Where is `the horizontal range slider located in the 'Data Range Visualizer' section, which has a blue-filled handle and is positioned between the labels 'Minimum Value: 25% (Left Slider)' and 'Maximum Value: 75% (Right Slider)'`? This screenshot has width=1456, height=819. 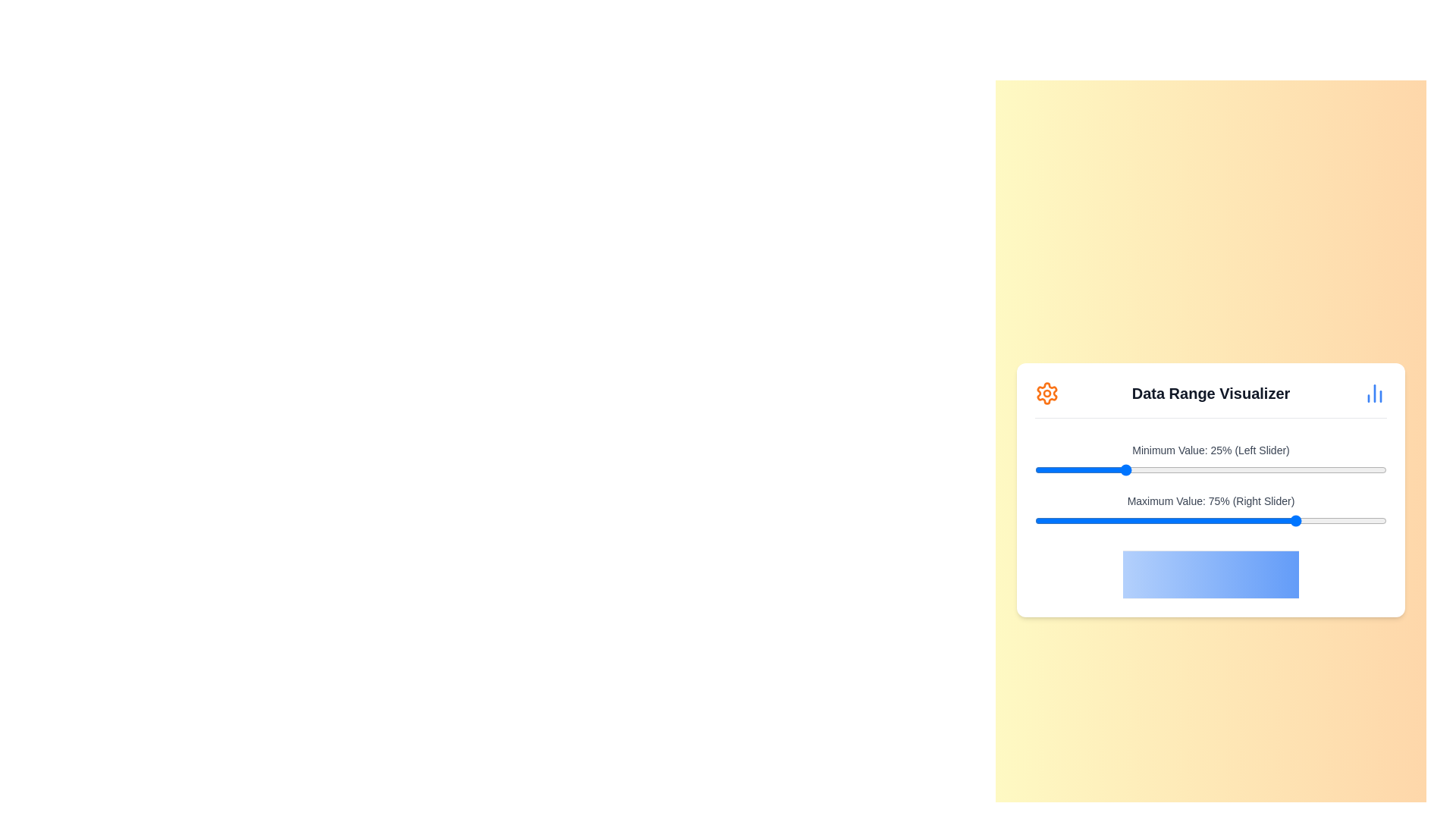 the horizontal range slider located in the 'Data Range Visualizer' section, which has a blue-filled handle and is positioned between the labels 'Minimum Value: 25% (Left Slider)' and 'Maximum Value: 75% (Right Slider)' is located at coordinates (1210, 469).